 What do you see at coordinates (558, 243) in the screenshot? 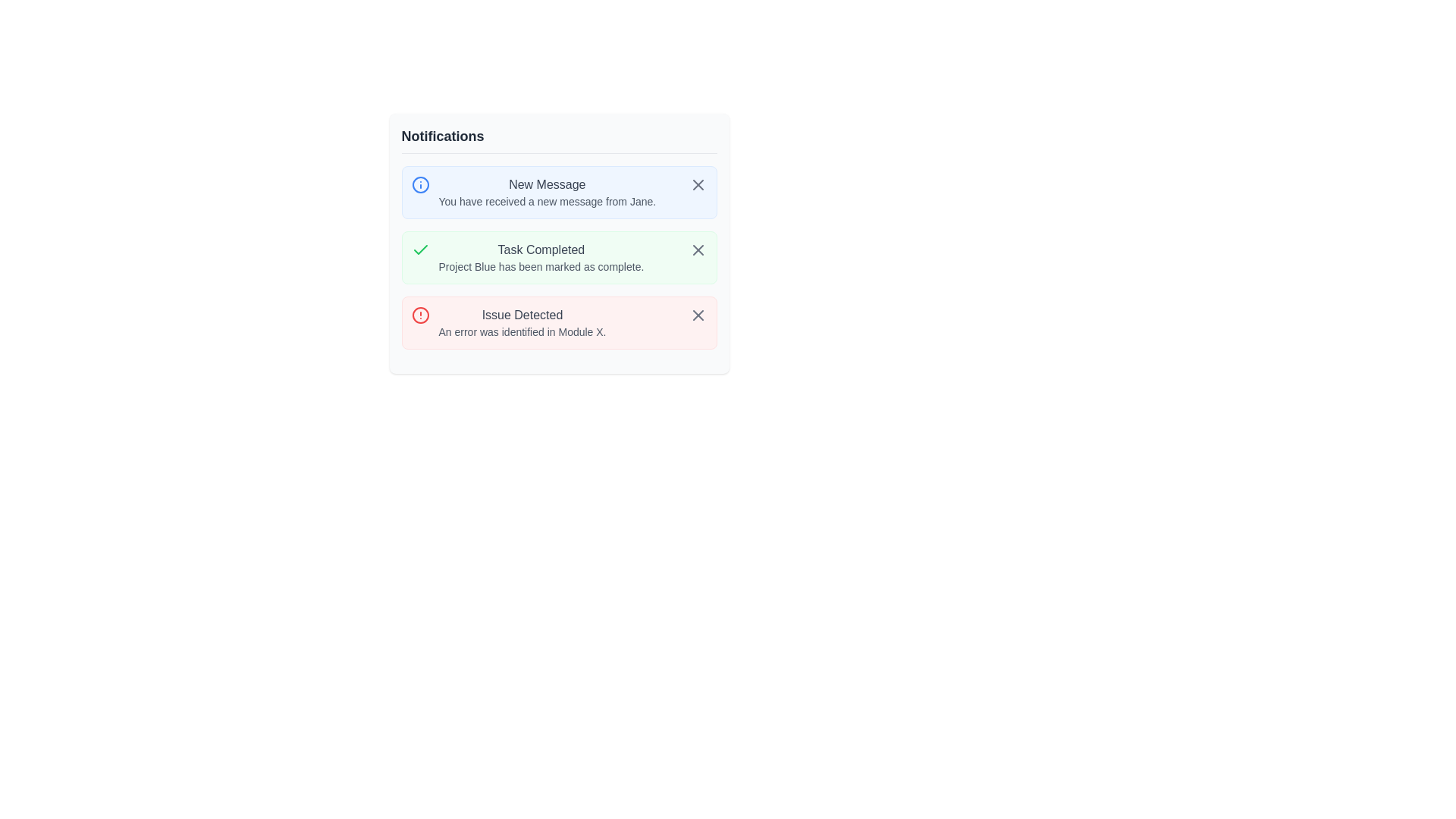
I see `text content of the Notification card informing about the completed task related to 'Project Blue.' This card is the second item in a stack of three notifications` at bounding box center [558, 243].